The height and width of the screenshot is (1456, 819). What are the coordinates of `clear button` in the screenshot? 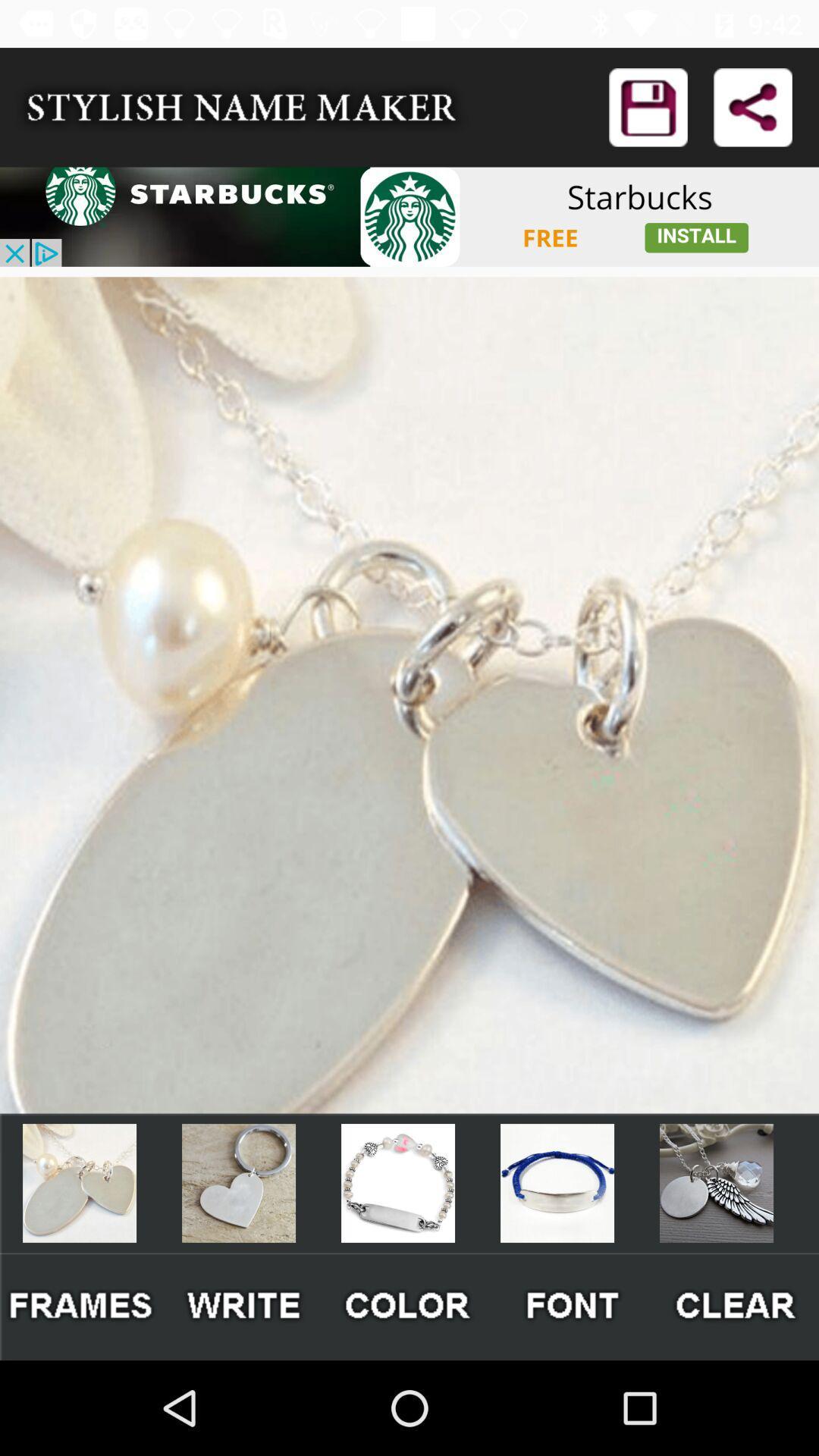 It's located at (736, 1306).